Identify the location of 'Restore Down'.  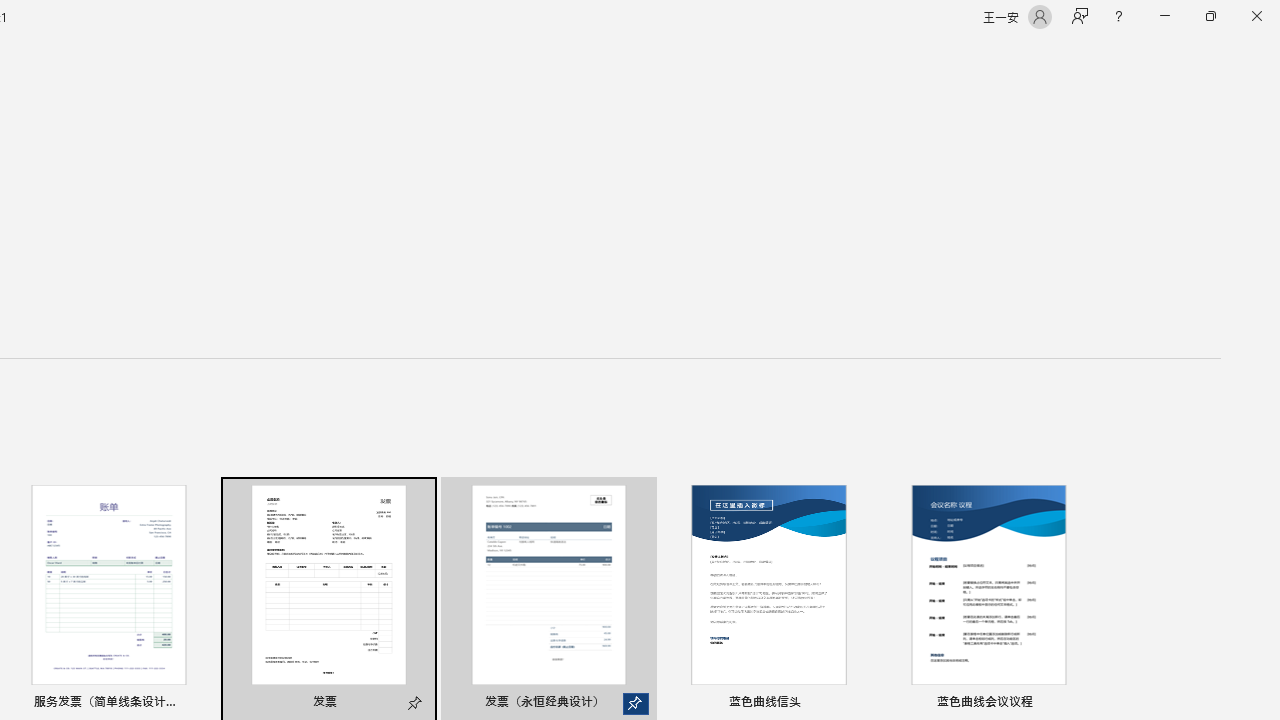
(1209, 16).